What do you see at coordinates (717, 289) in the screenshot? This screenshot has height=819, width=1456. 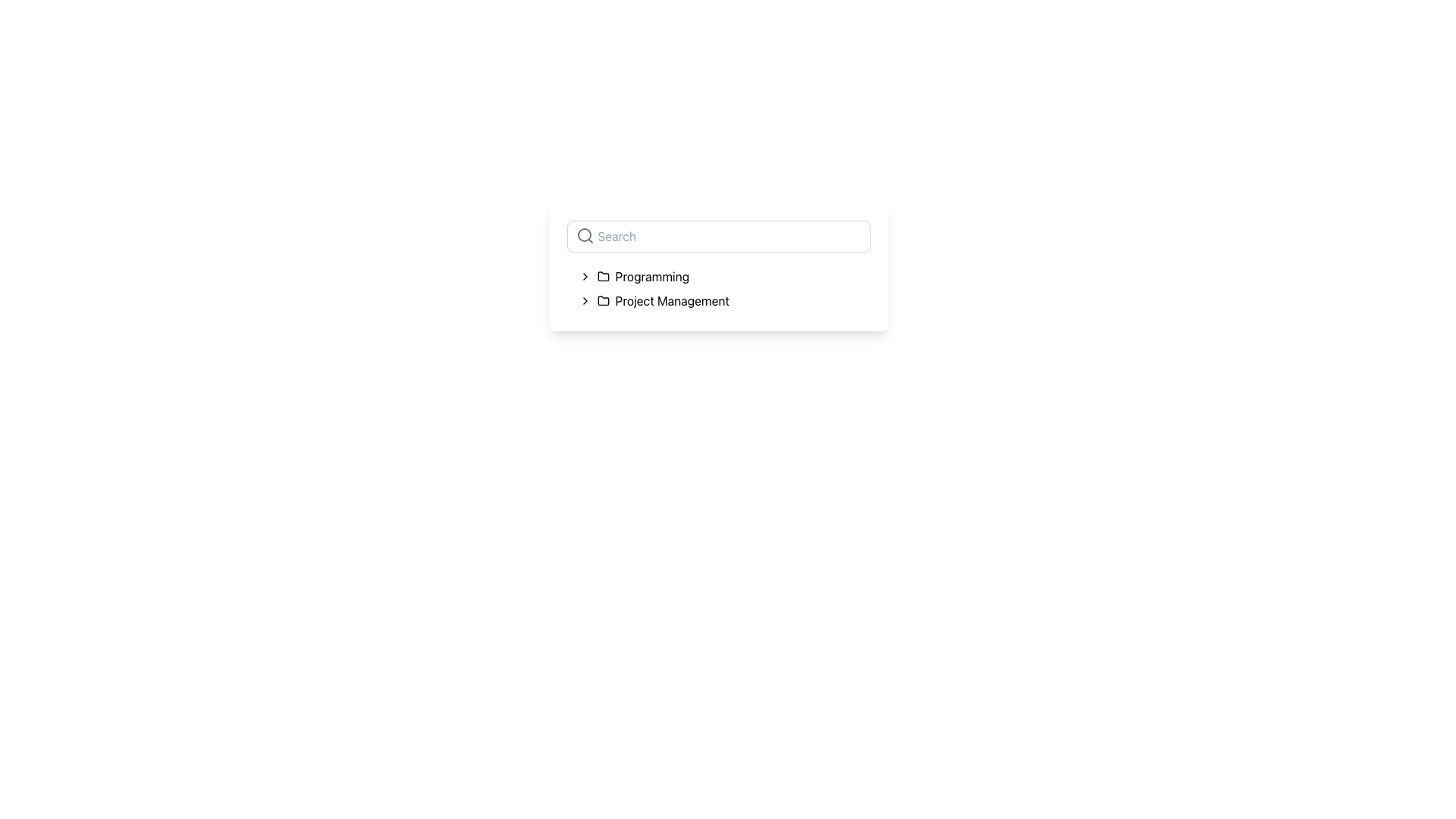 I see `the 'Programming' and 'Project Management' section of the Navigable List, which is contained within a white card background` at bounding box center [717, 289].